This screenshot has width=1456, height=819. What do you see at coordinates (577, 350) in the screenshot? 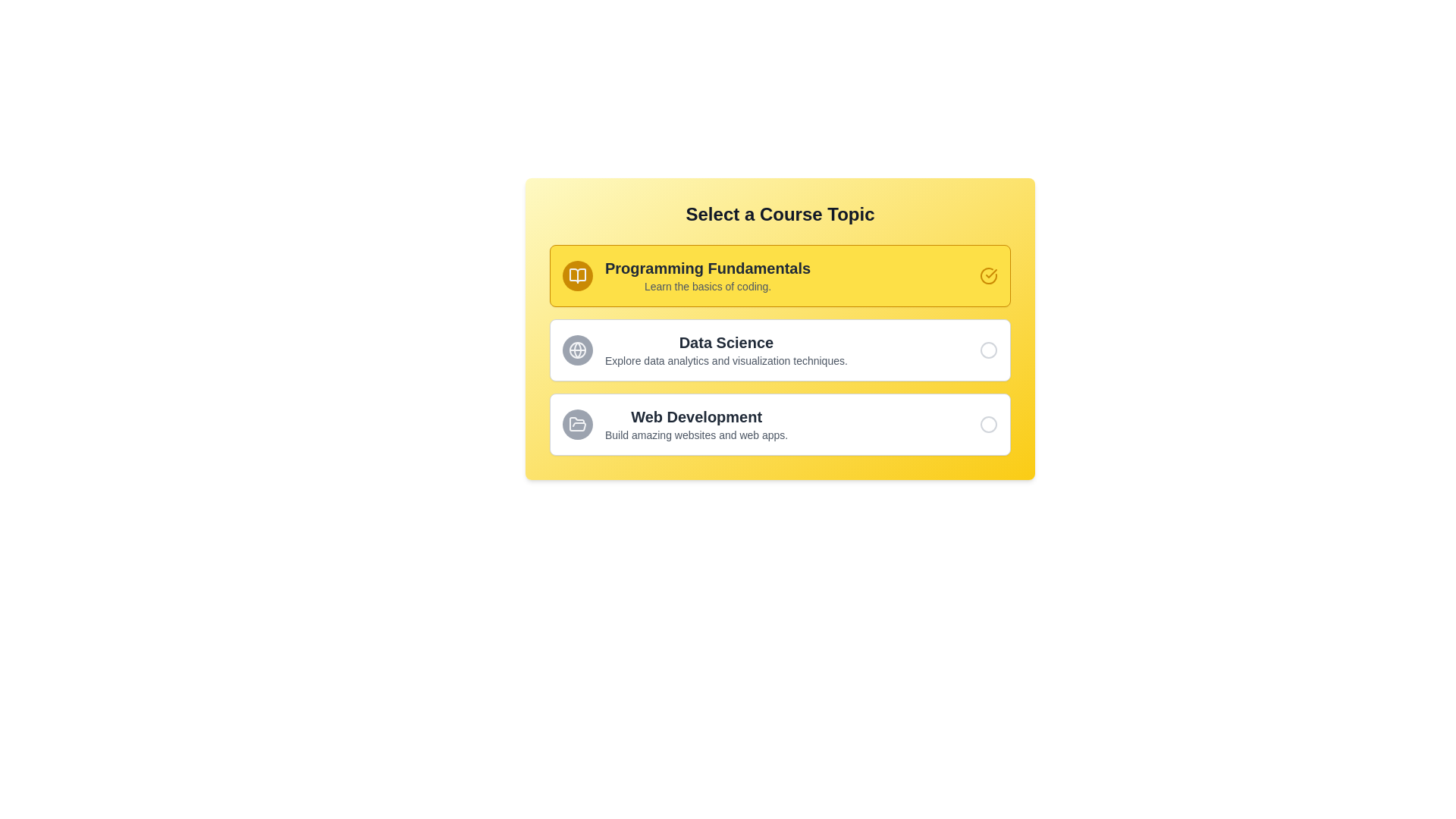
I see `the SVG circle component that is part of a globe icon, indicating global scope or international content` at bounding box center [577, 350].